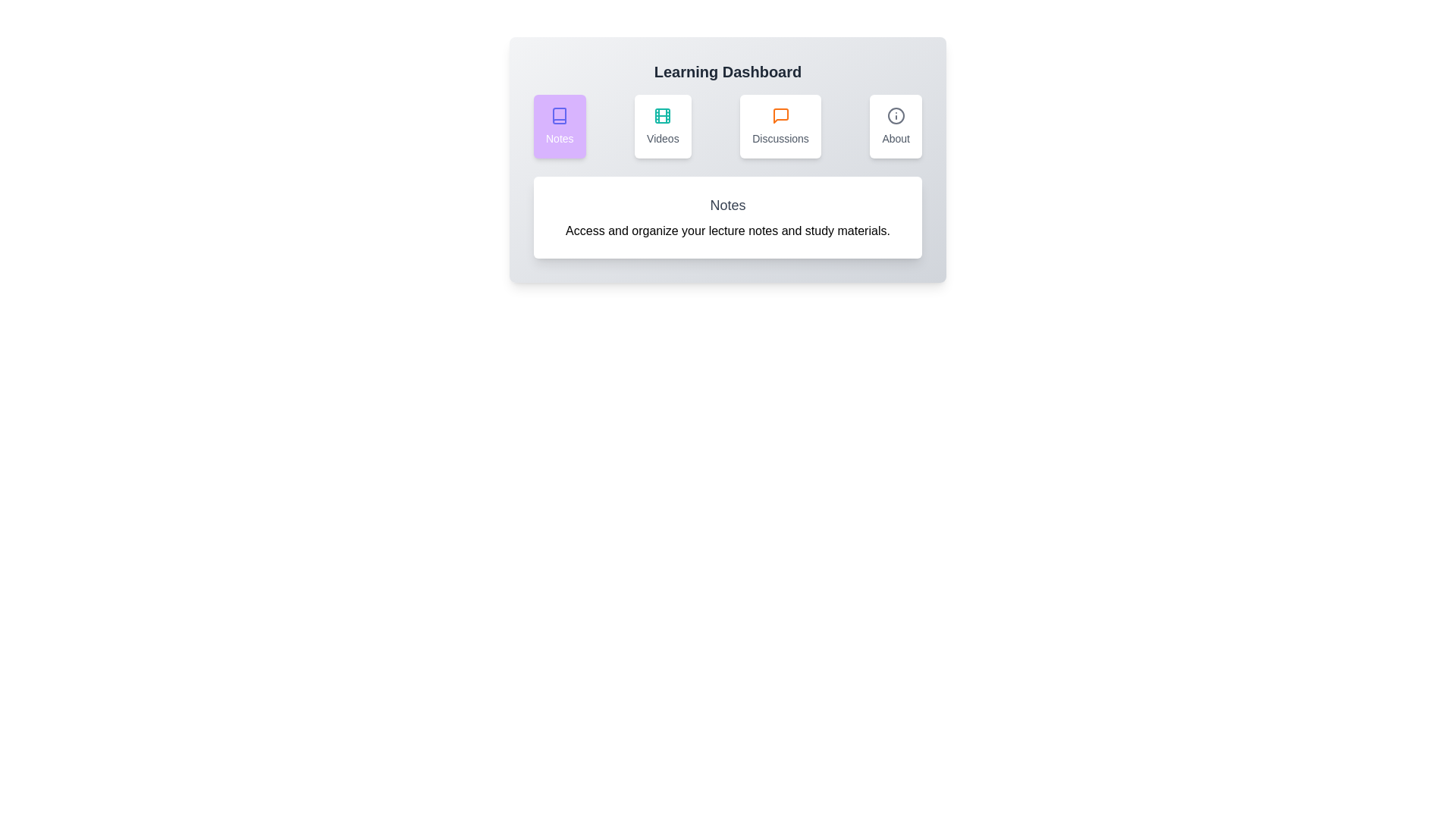 Image resolution: width=1456 pixels, height=819 pixels. I want to click on the Notes tab by clicking on its corresponding button, so click(559, 125).